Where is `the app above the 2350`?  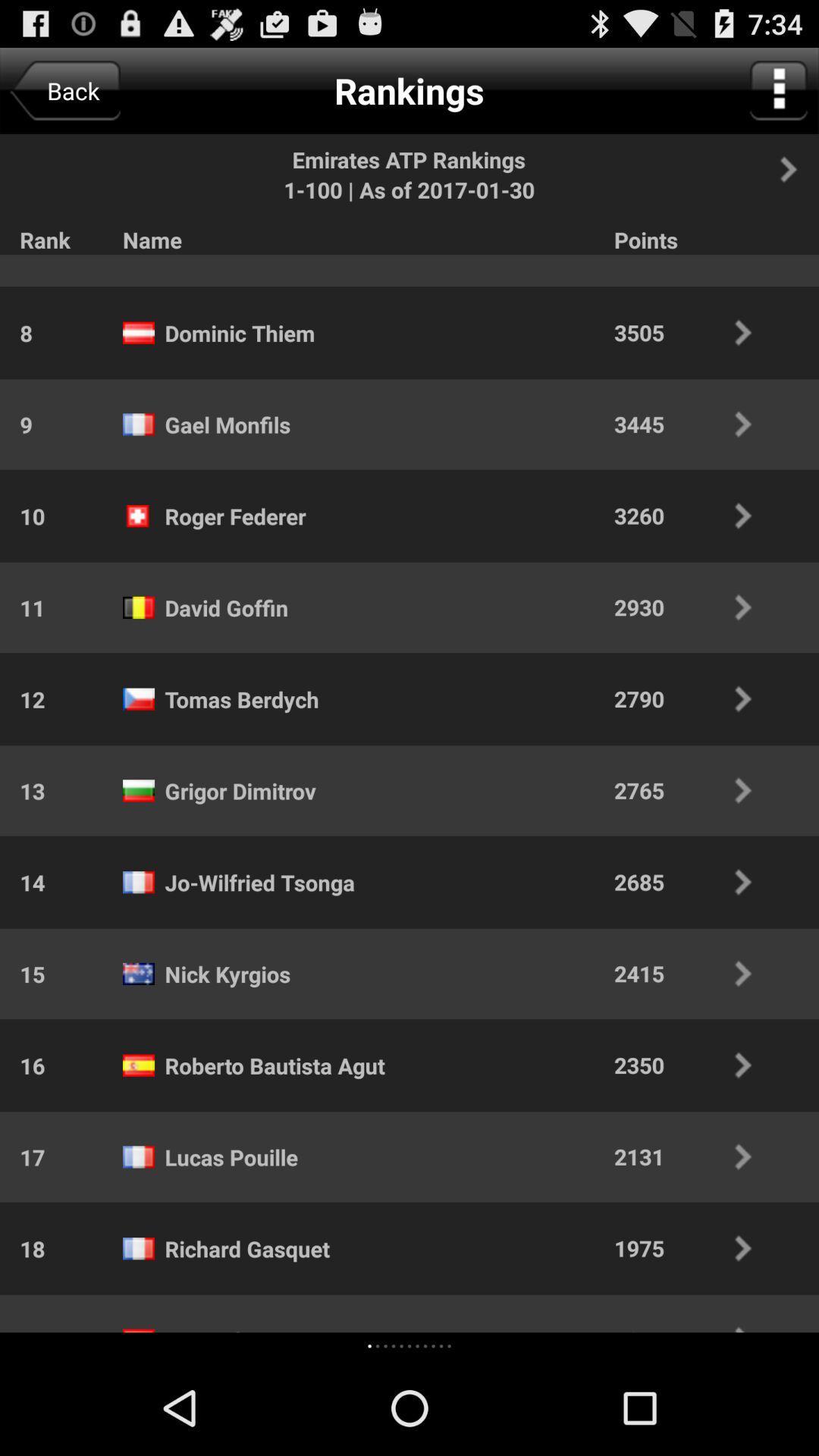 the app above the 2350 is located at coordinates (693, 973).